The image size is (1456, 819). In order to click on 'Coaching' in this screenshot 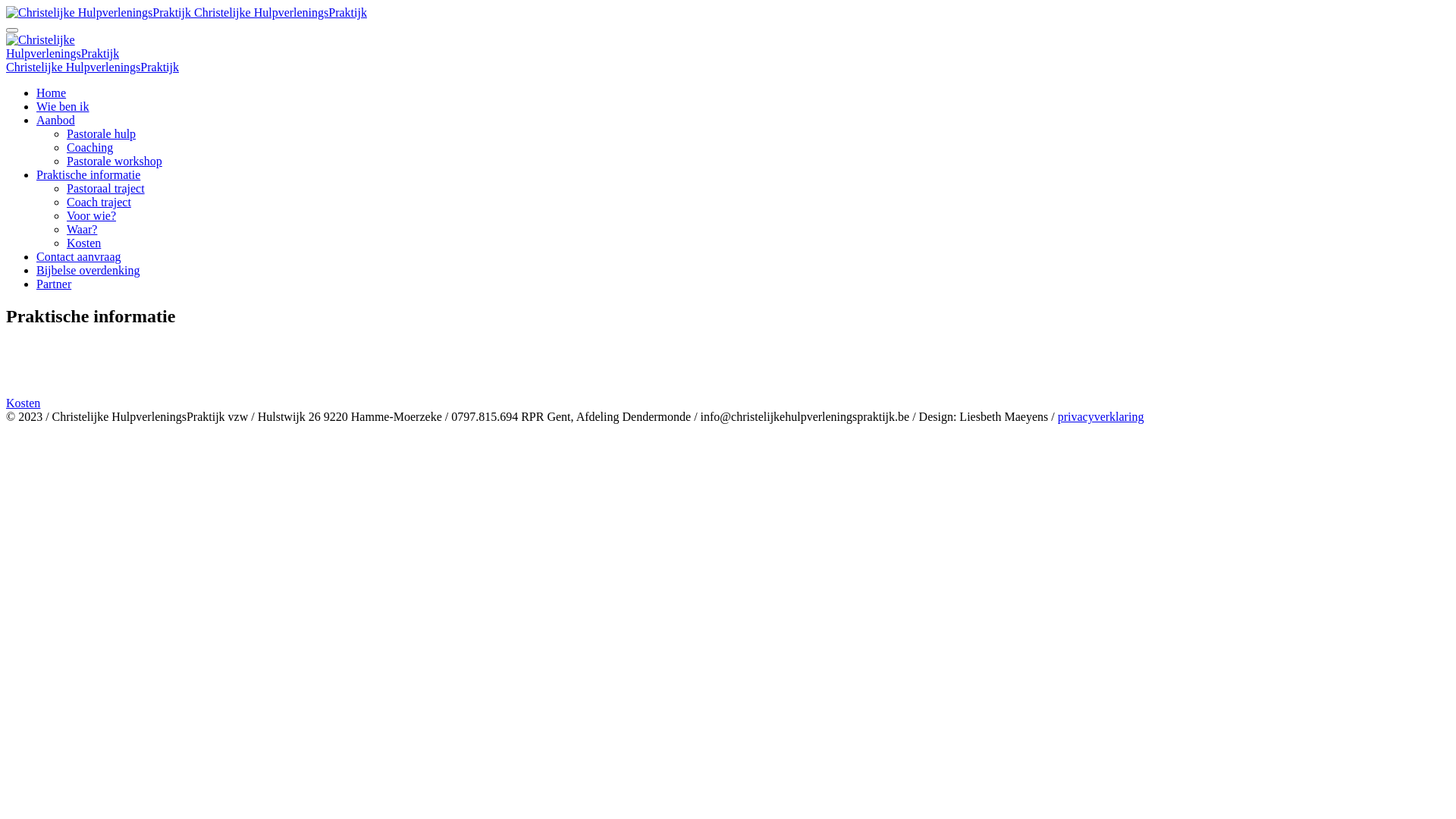, I will do `click(89, 147)`.